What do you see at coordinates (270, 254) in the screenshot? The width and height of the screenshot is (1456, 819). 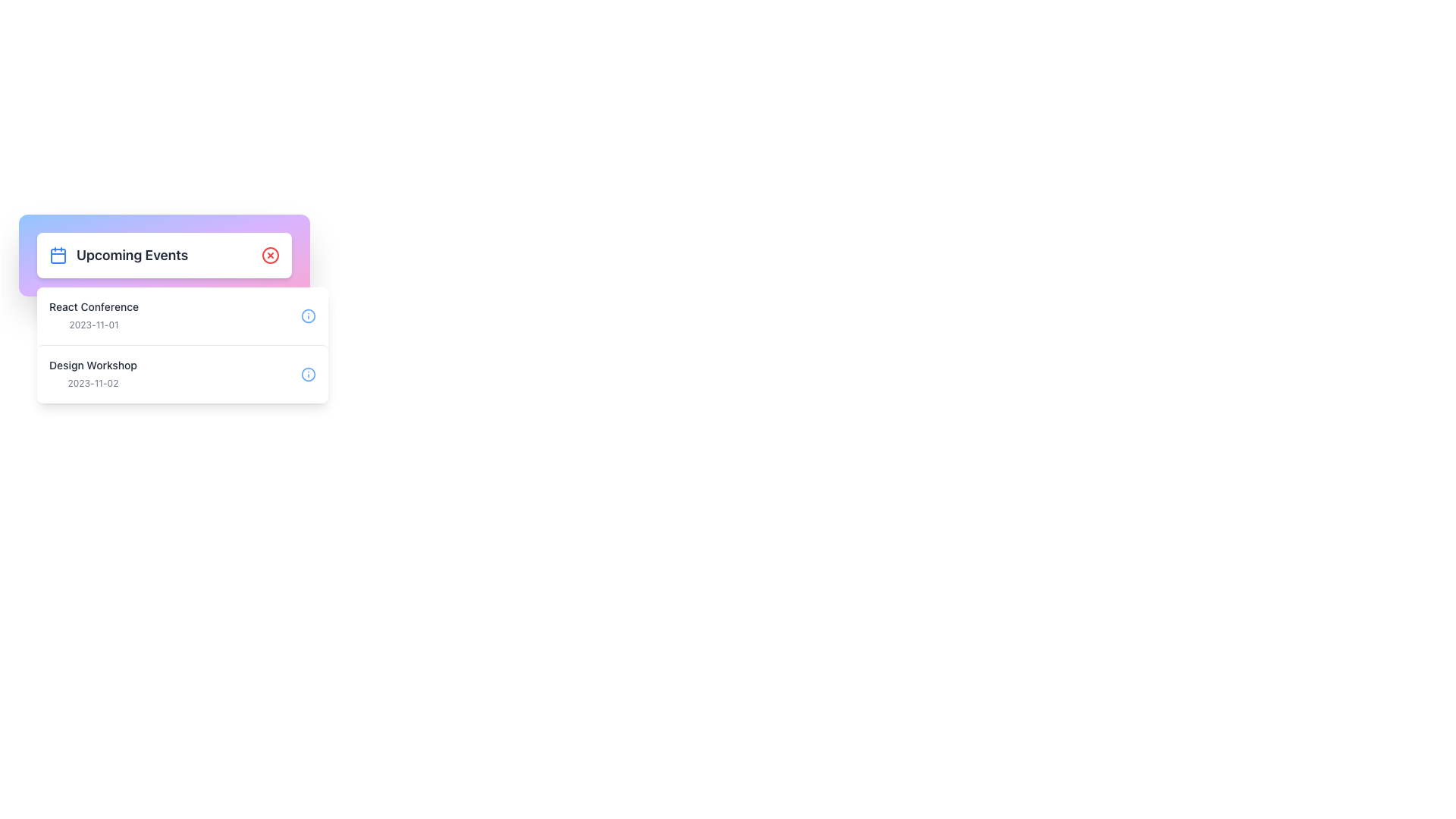 I see `the icon button located at the far right of the 'Upcoming Events' section header` at bounding box center [270, 254].